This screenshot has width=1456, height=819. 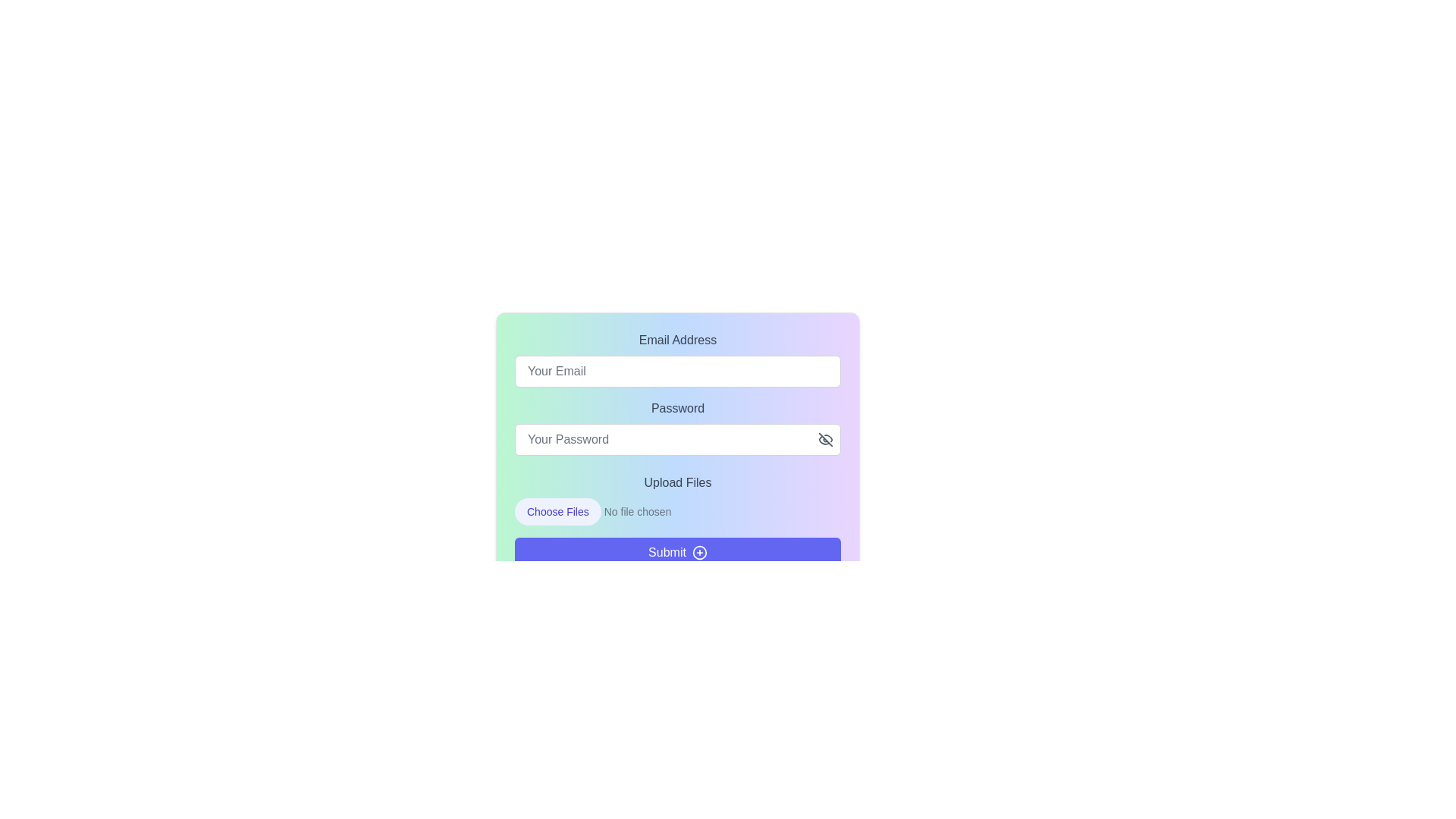 What do you see at coordinates (676, 449) in the screenshot?
I see `the Password input field to focus on it for secure password entry` at bounding box center [676, 449].